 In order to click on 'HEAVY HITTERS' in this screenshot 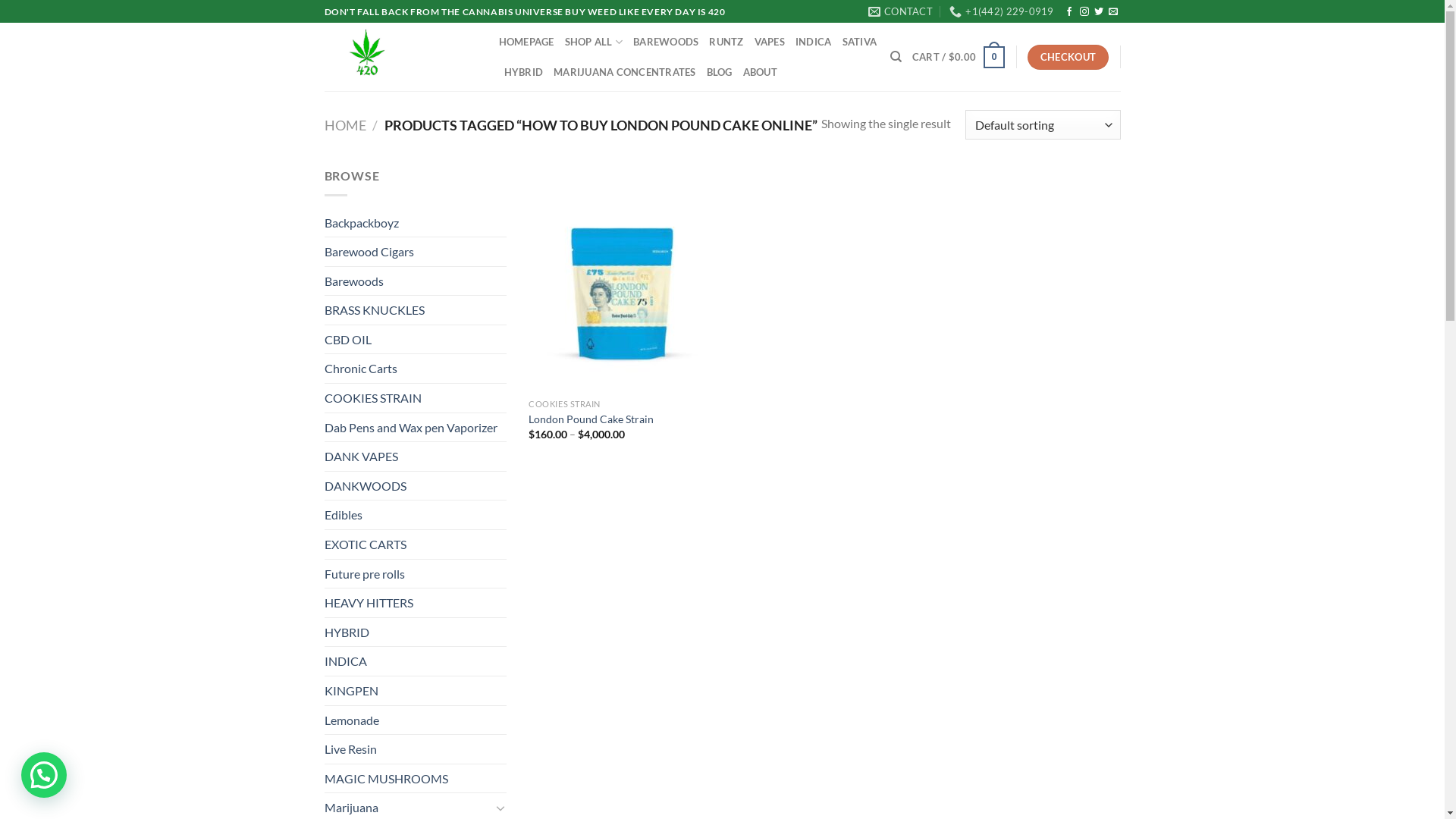, I will do `click(415, 601)`.